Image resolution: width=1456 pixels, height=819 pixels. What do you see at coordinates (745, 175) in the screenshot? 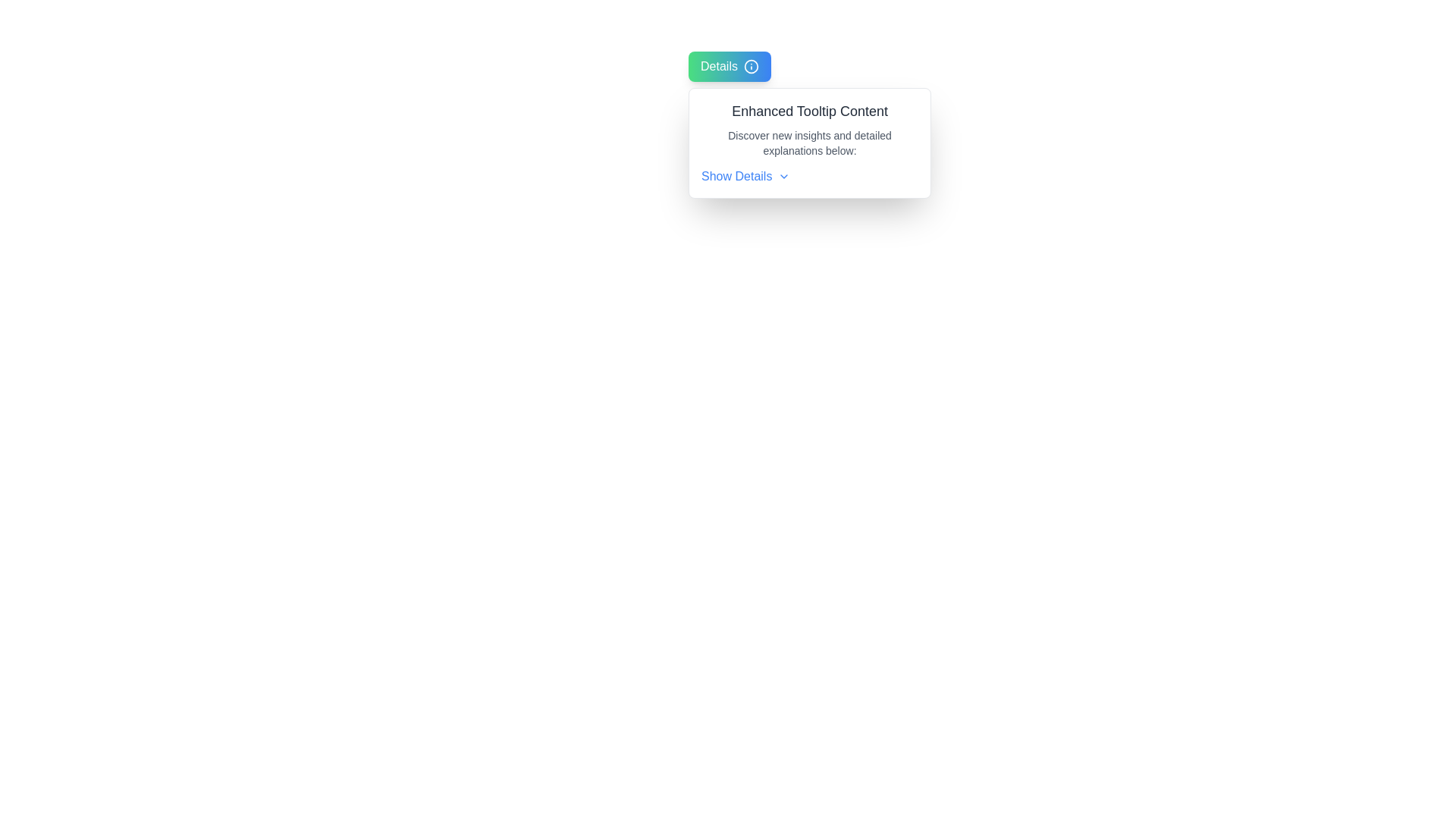
I see `the clickable text link located at the bottom of the tooltip box, beneath 'Enhanced Tooltip Content' and a description text` at bounding box center [745, 175].